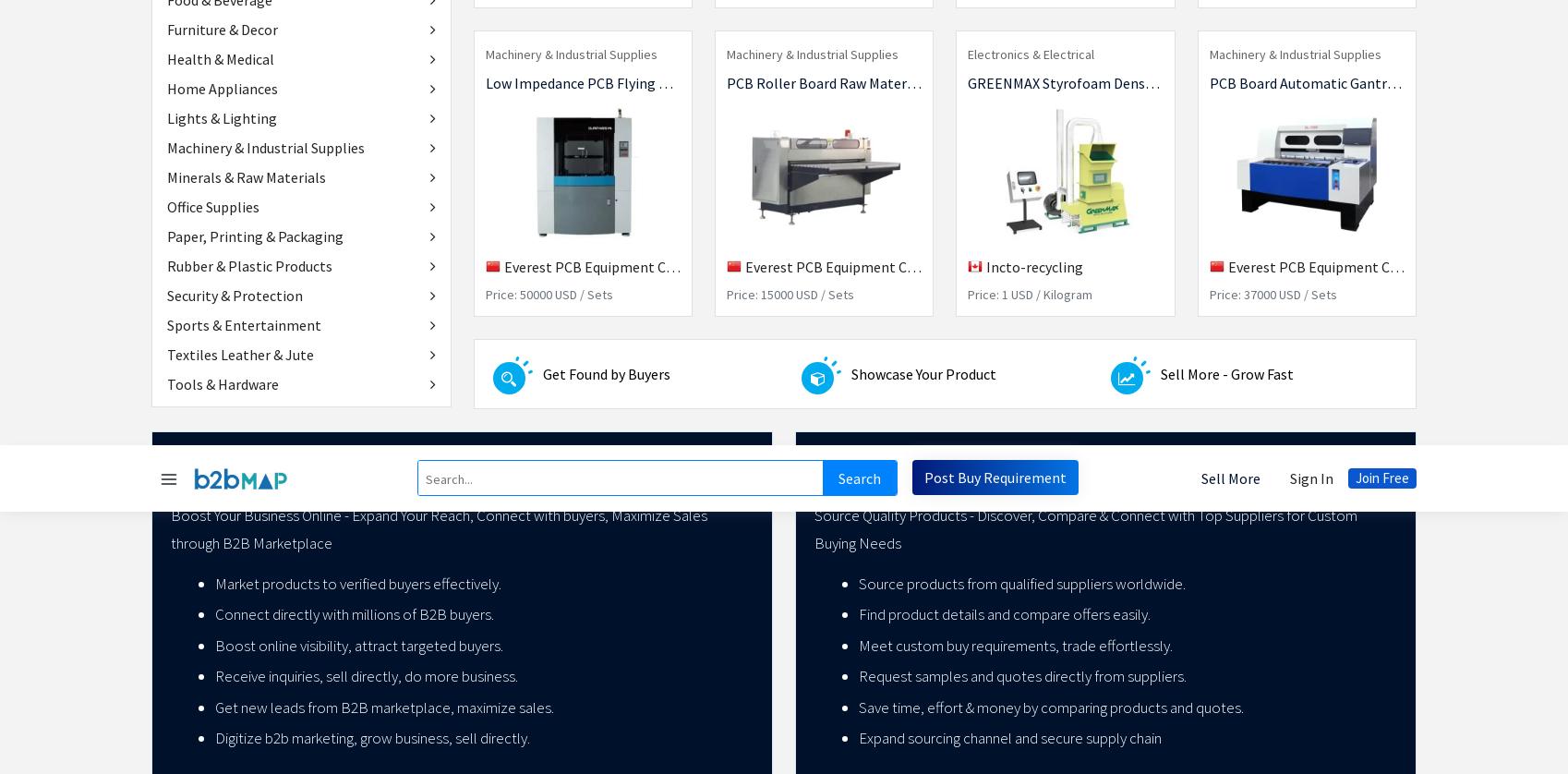  I want to click on 'Taiwan', so click(962, 611).